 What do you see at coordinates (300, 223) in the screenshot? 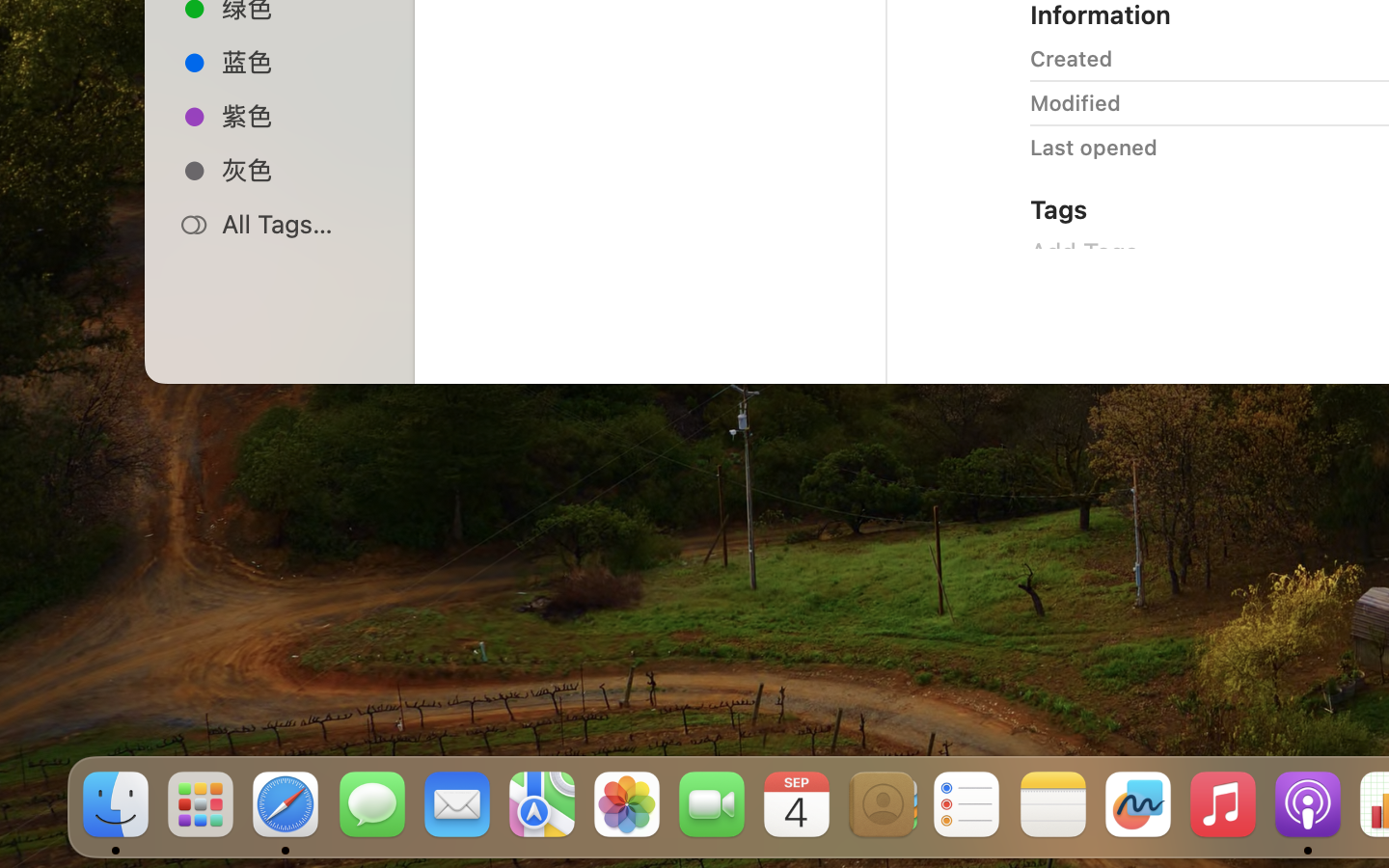
I see `'All Tags…'` at bounding box center [300, 223].